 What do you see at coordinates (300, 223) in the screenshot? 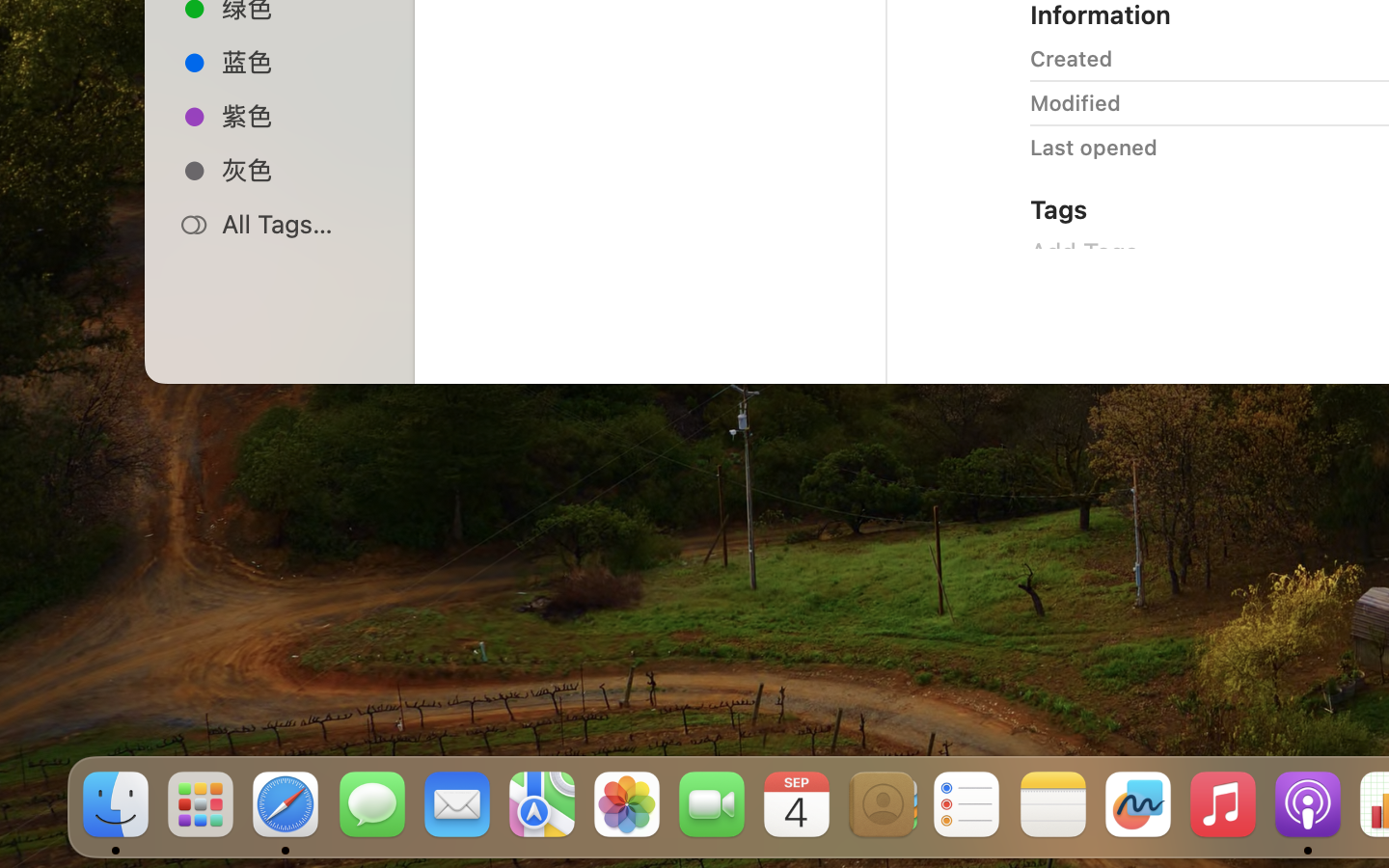
I see `'All Tags…'` at bounding box center [300, 223].